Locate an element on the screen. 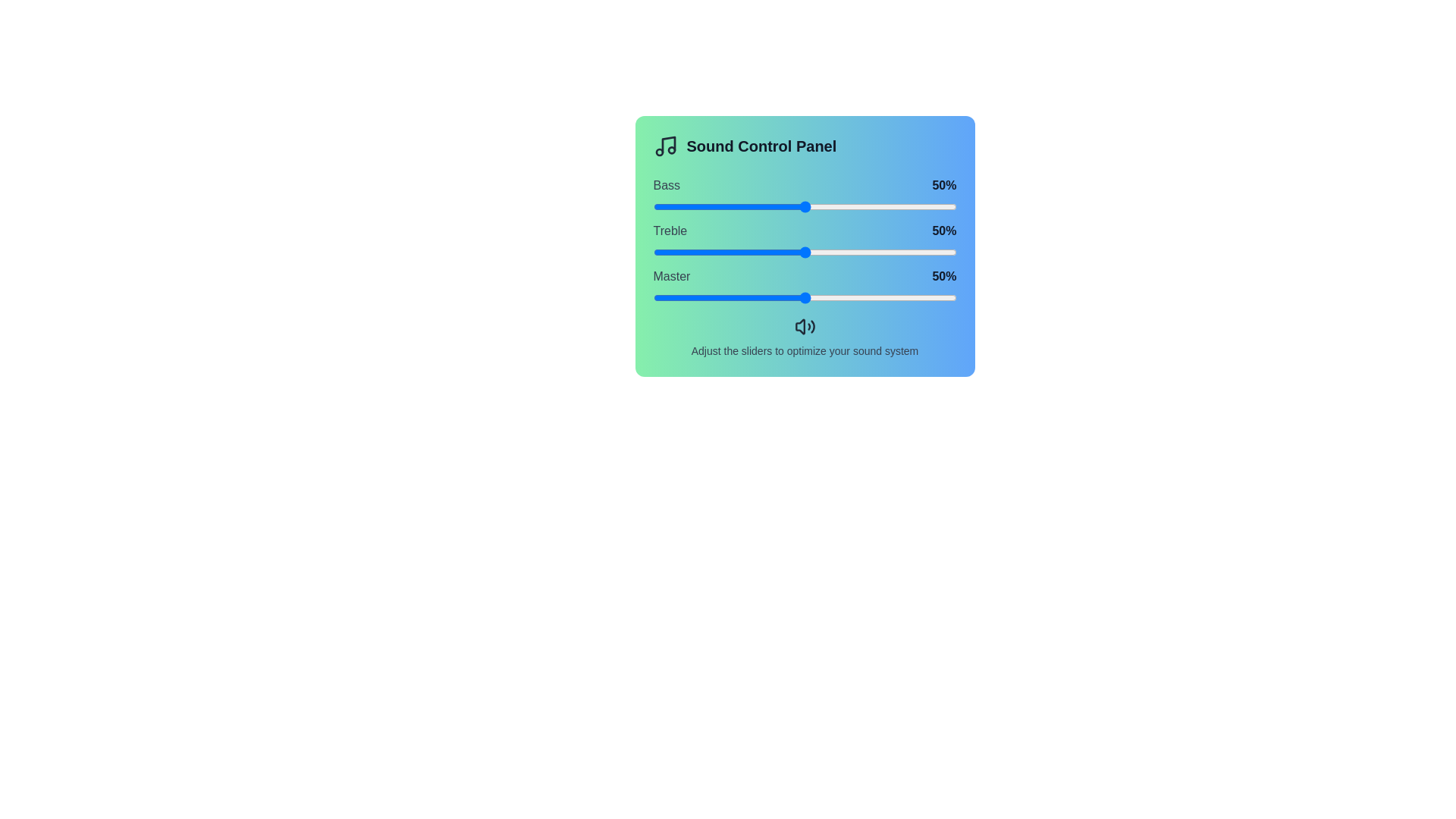  the 'Sound Control Panel' header is located at coordinates (804, 146).